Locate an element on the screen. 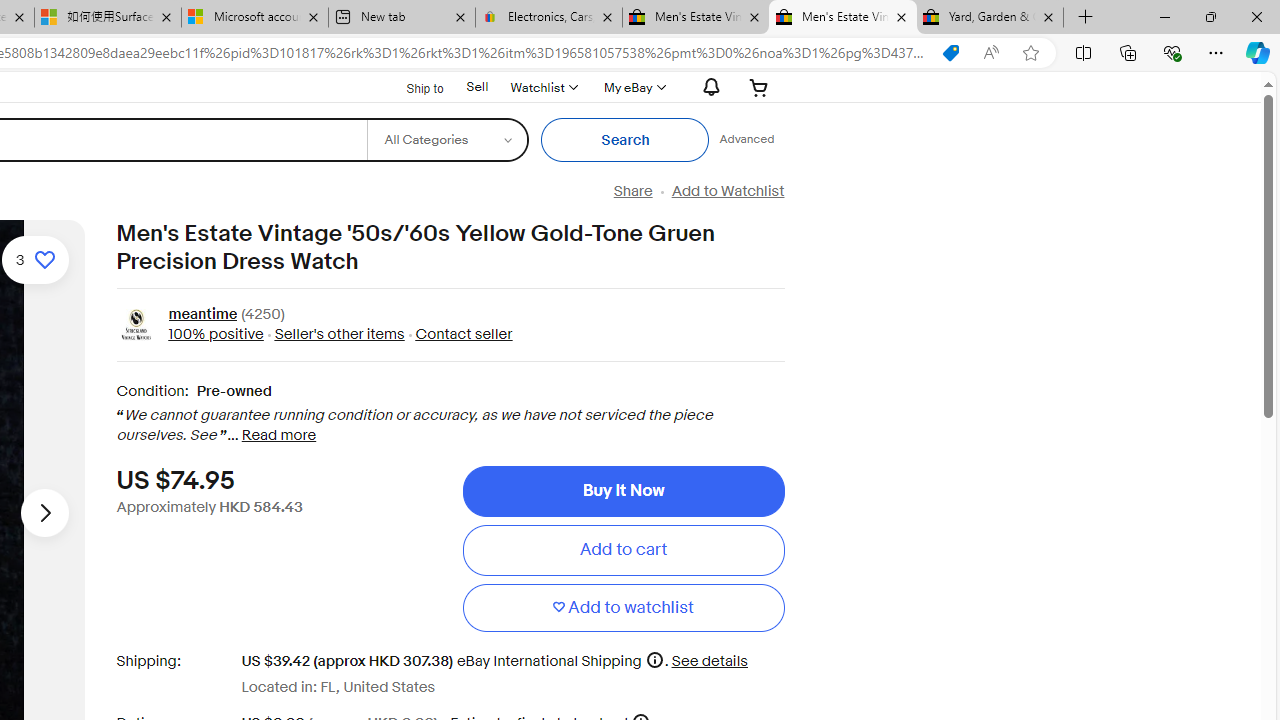 The height and width of the screenshot is (720, 1280). 'Sell' is located at coordinates (476, 86).